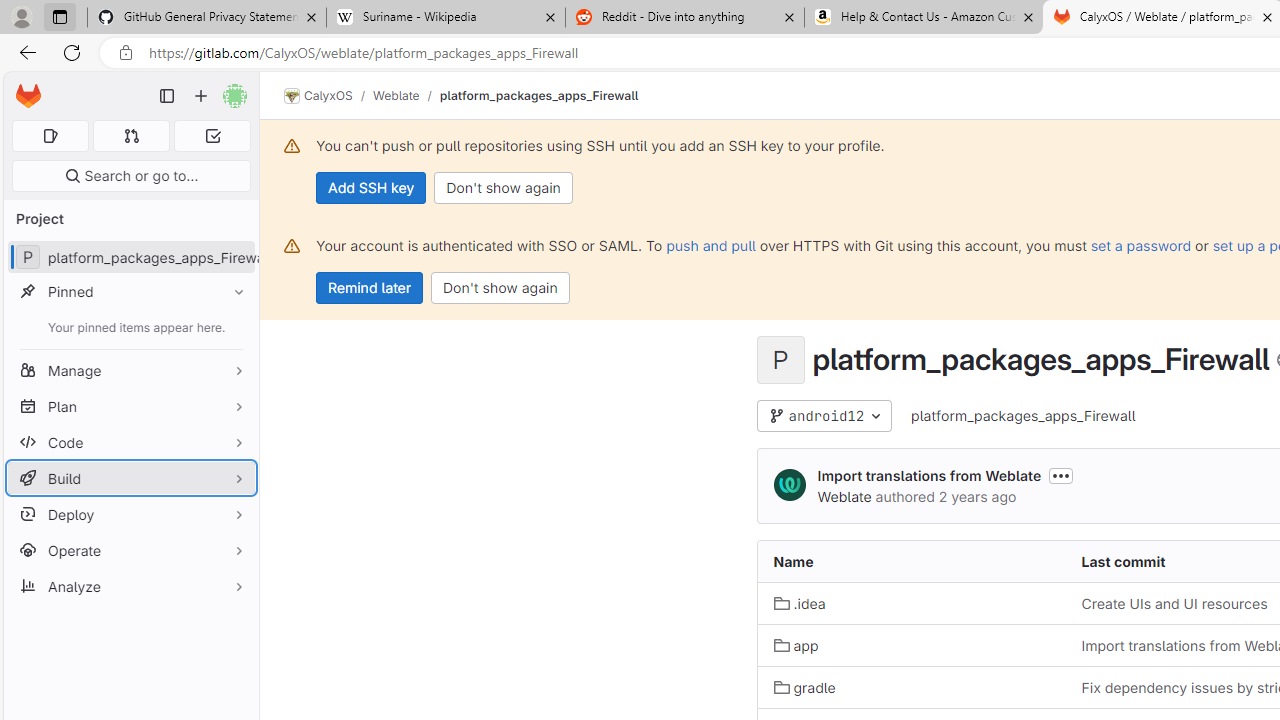  Describe the element at coordinates (824, 415) in the screenshot. I see `'android12'` at that location.